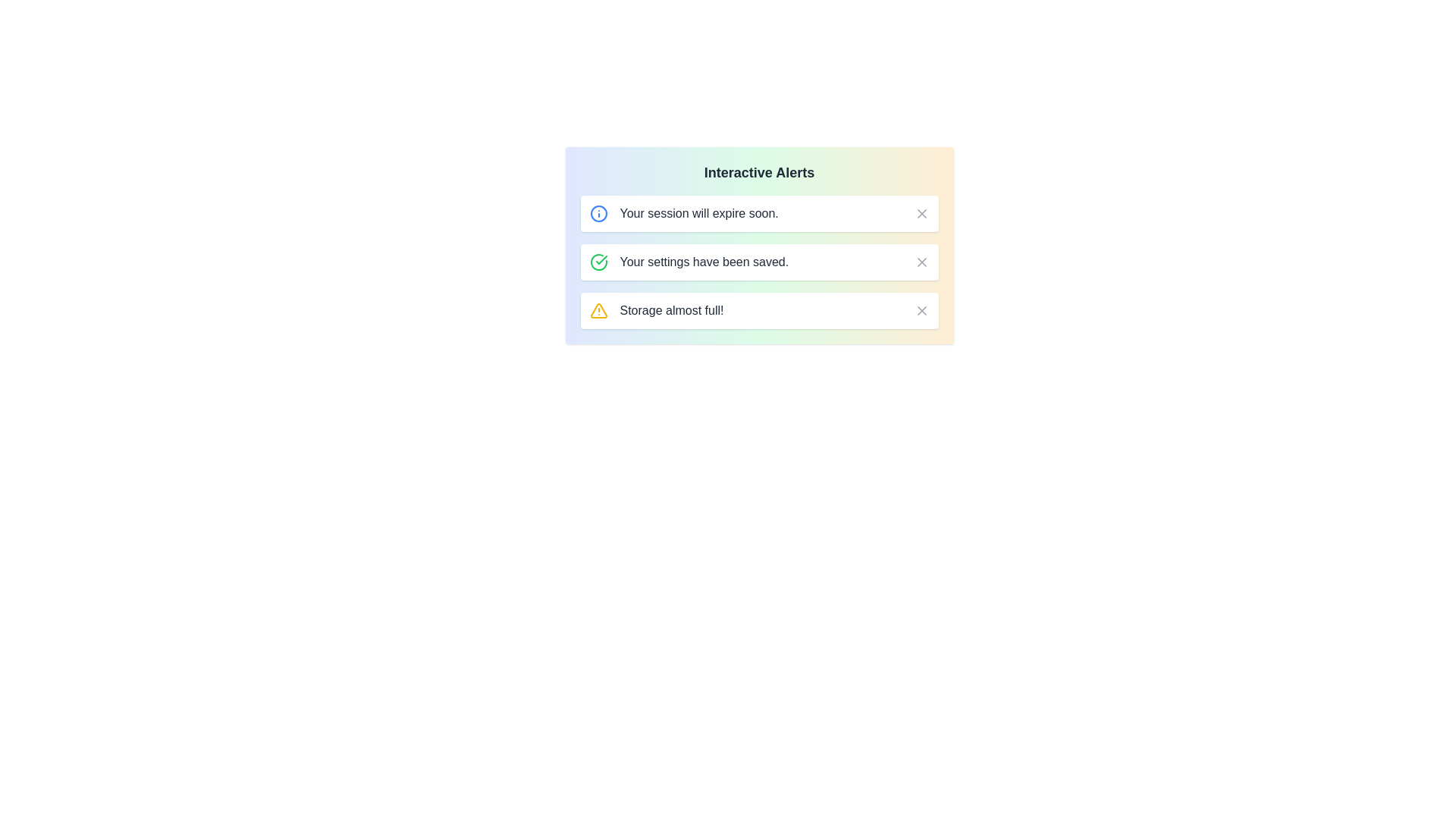  I want to click on the circular icon with a green outline and checkmark inside, which is the second icon from the top in the list of alert items in the notification panel, located near the text 'Your settings have been saved.', so click(598, 262).